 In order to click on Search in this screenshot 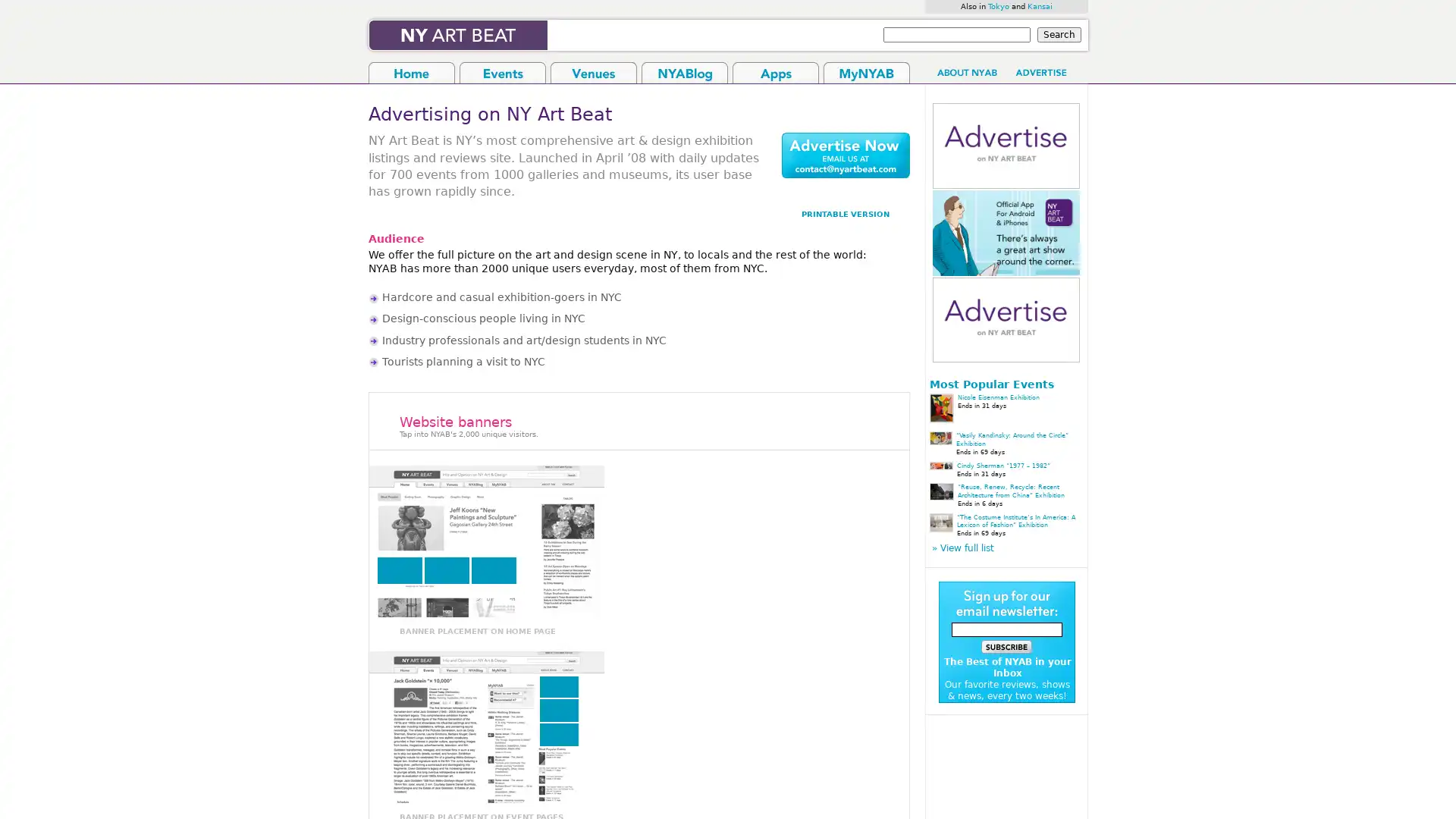, I will do `click(1058, 34)`.